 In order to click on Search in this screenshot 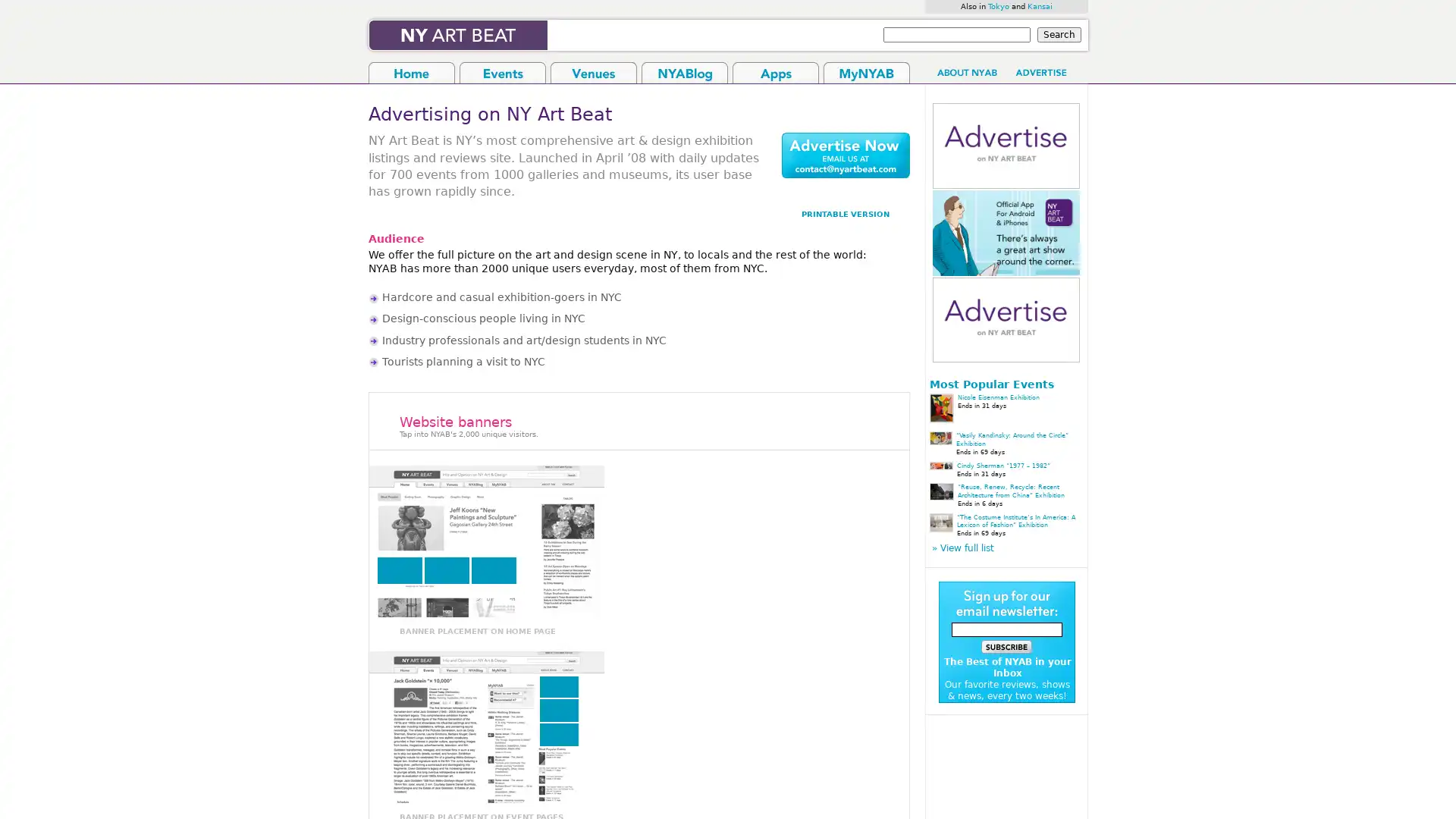, I will do `click(1058, 34)`.